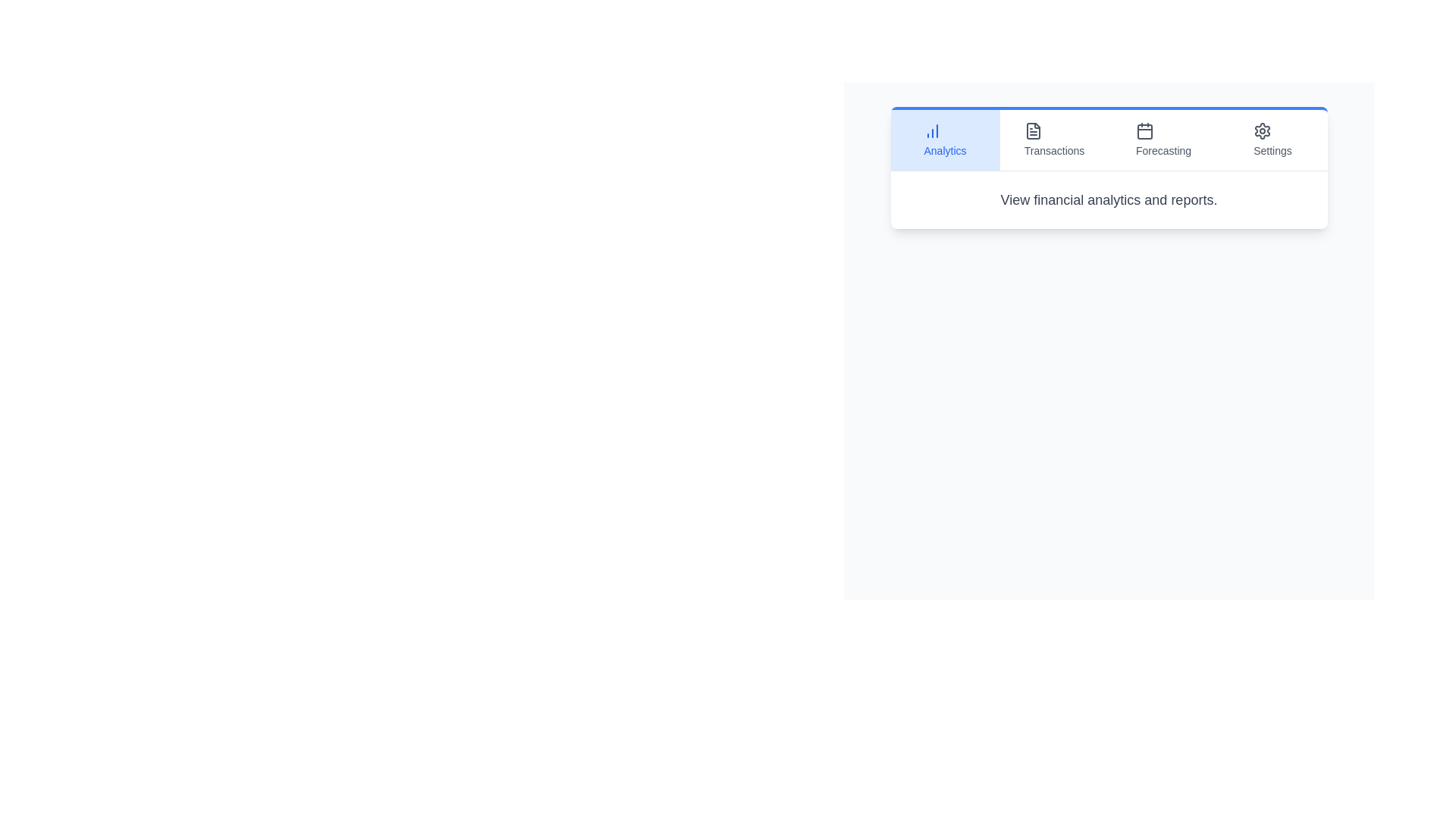  What do you see at coordinates (1272, 140) in the screenshot?
I see `the tab labeled Settings` at bounding box center [1272, 140].